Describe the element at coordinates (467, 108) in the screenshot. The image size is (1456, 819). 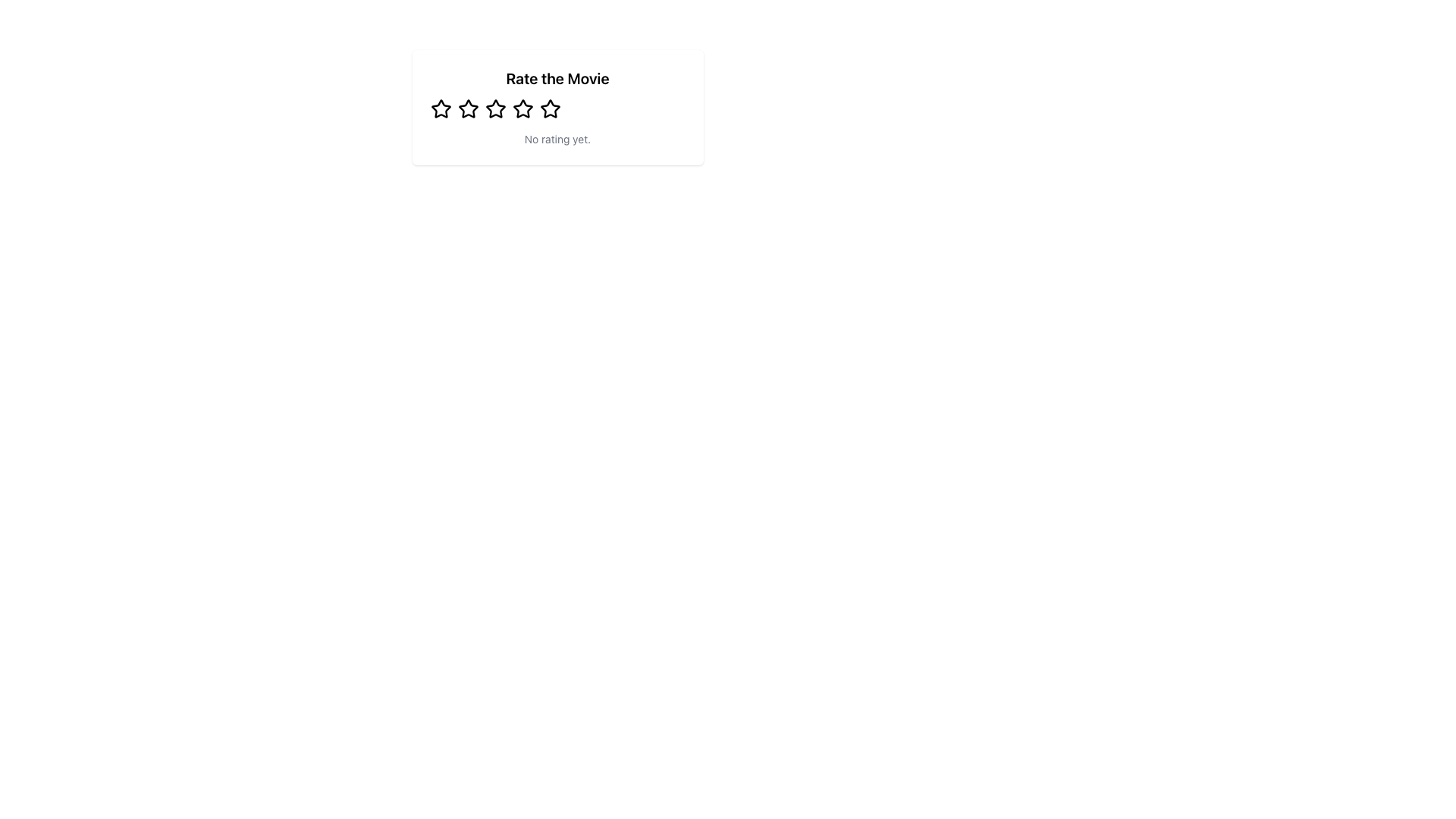
I see `the first star-shaped rating icon` at that location.